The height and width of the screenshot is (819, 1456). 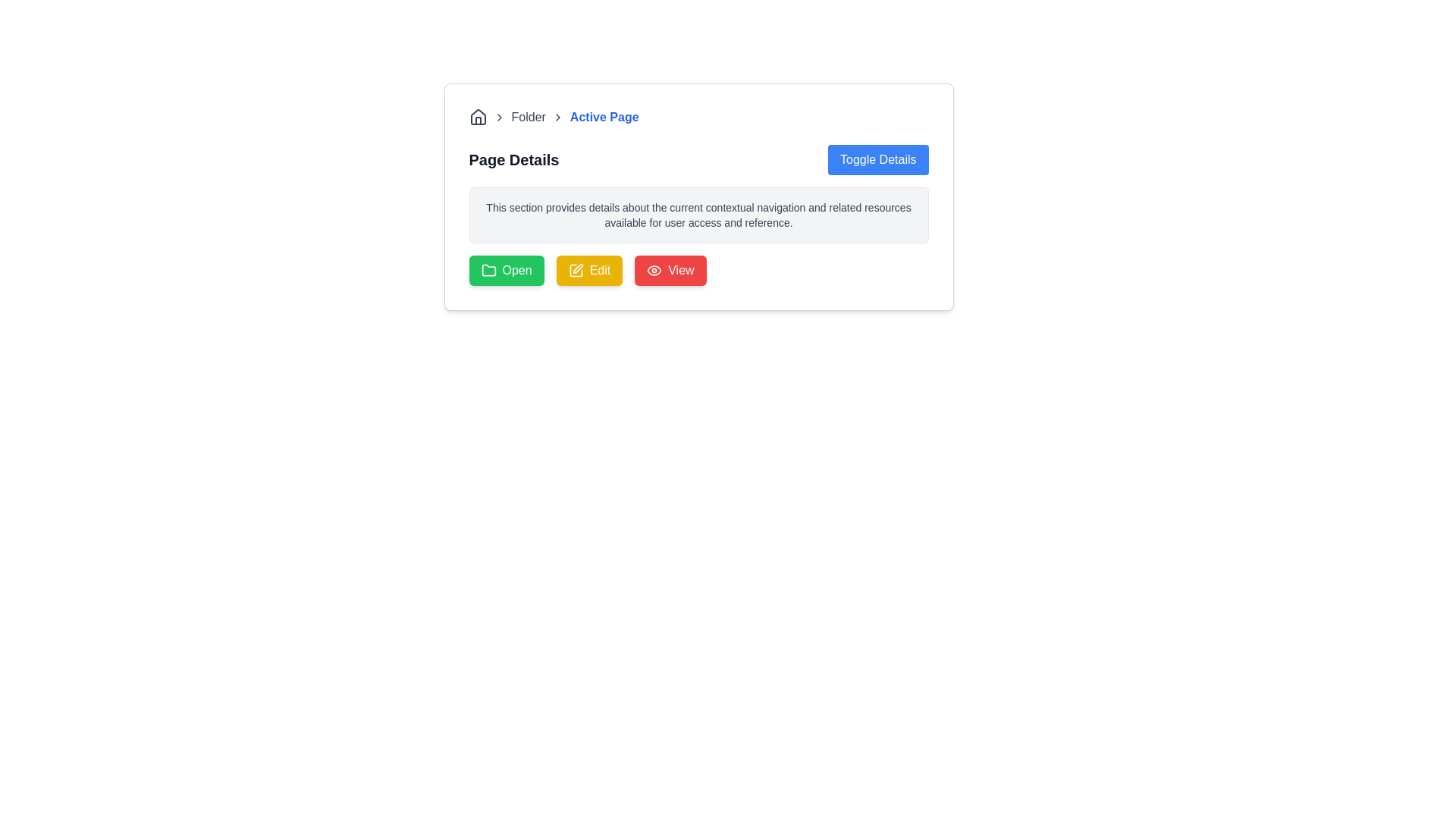 I want to click on the 'Open' button with a green background and a folder icon, located below the 'Page Details' section, so click(x=507, y=270).